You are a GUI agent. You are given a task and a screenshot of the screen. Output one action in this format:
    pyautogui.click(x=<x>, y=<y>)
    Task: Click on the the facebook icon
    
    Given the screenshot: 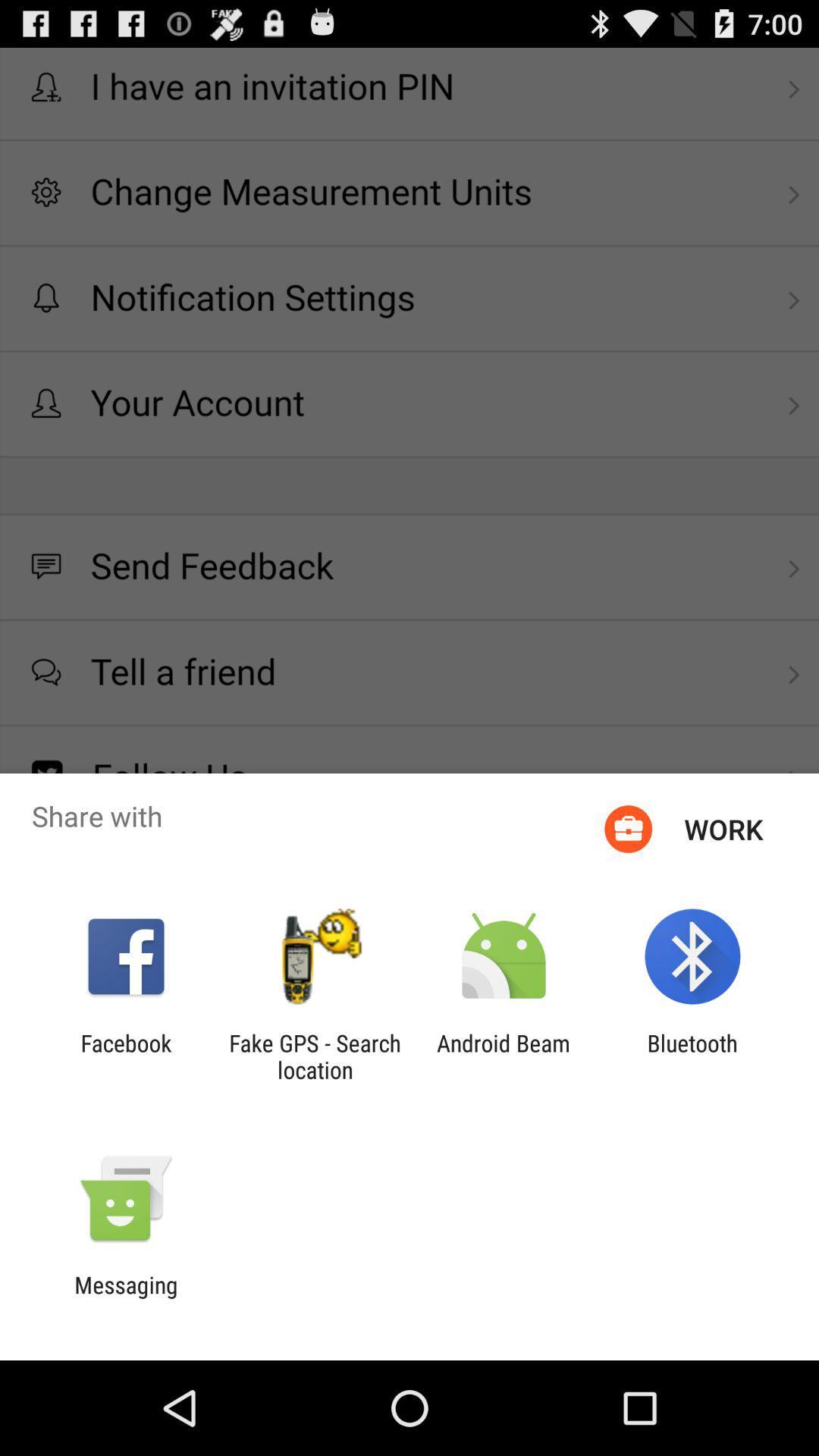 What is the action you would take?
    pyautogui.click(x=125, y=1056)
    